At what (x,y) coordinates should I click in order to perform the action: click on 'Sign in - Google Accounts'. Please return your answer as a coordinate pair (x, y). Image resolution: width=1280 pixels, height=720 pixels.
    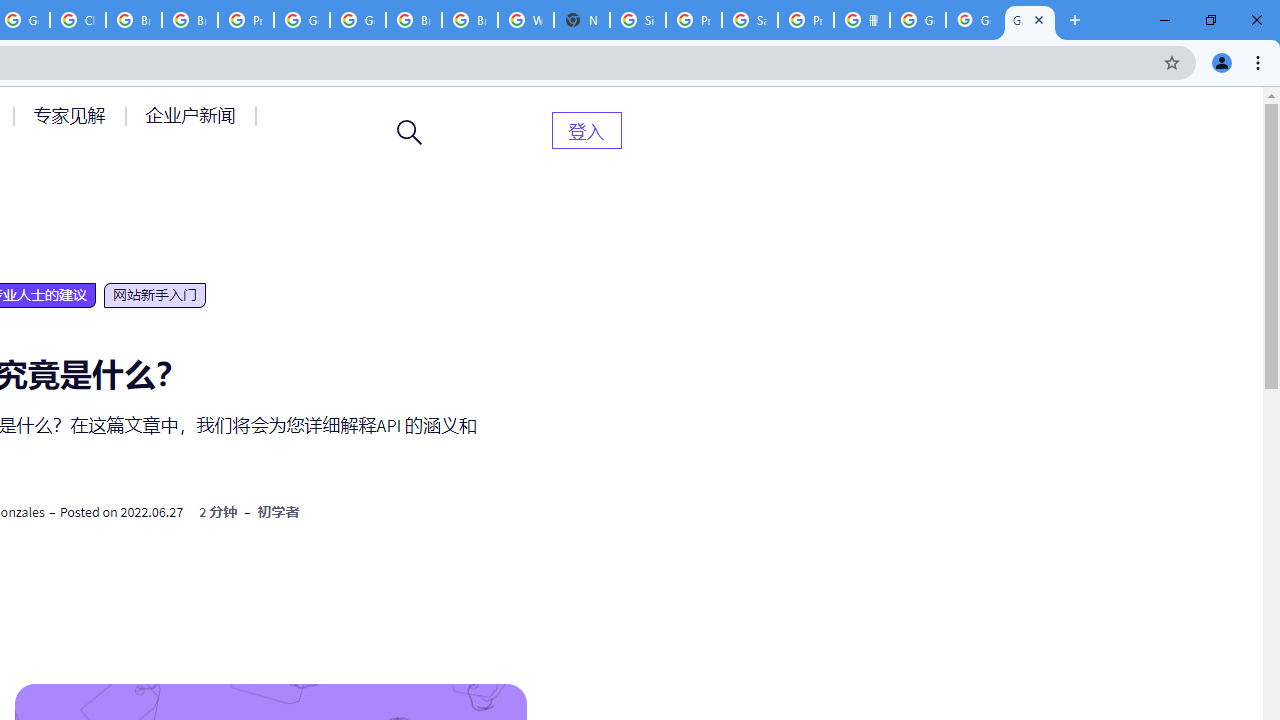
    Looking at the image, I should click on (637, 20).